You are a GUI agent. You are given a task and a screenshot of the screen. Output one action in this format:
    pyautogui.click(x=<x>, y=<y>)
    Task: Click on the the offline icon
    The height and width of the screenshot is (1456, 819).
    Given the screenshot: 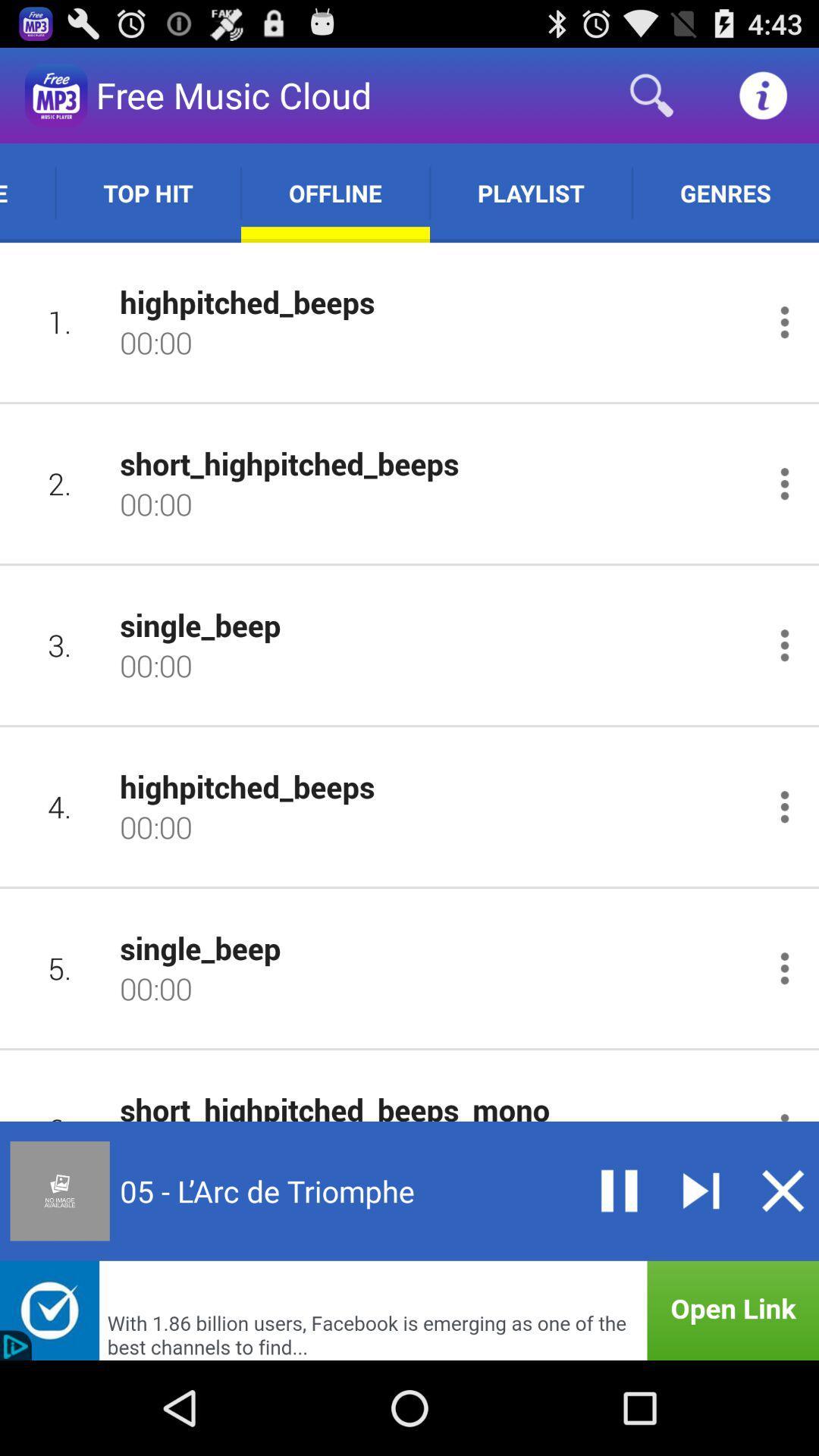 What is the action you would take?
    pyautogui.click(x=334, y=192)
    